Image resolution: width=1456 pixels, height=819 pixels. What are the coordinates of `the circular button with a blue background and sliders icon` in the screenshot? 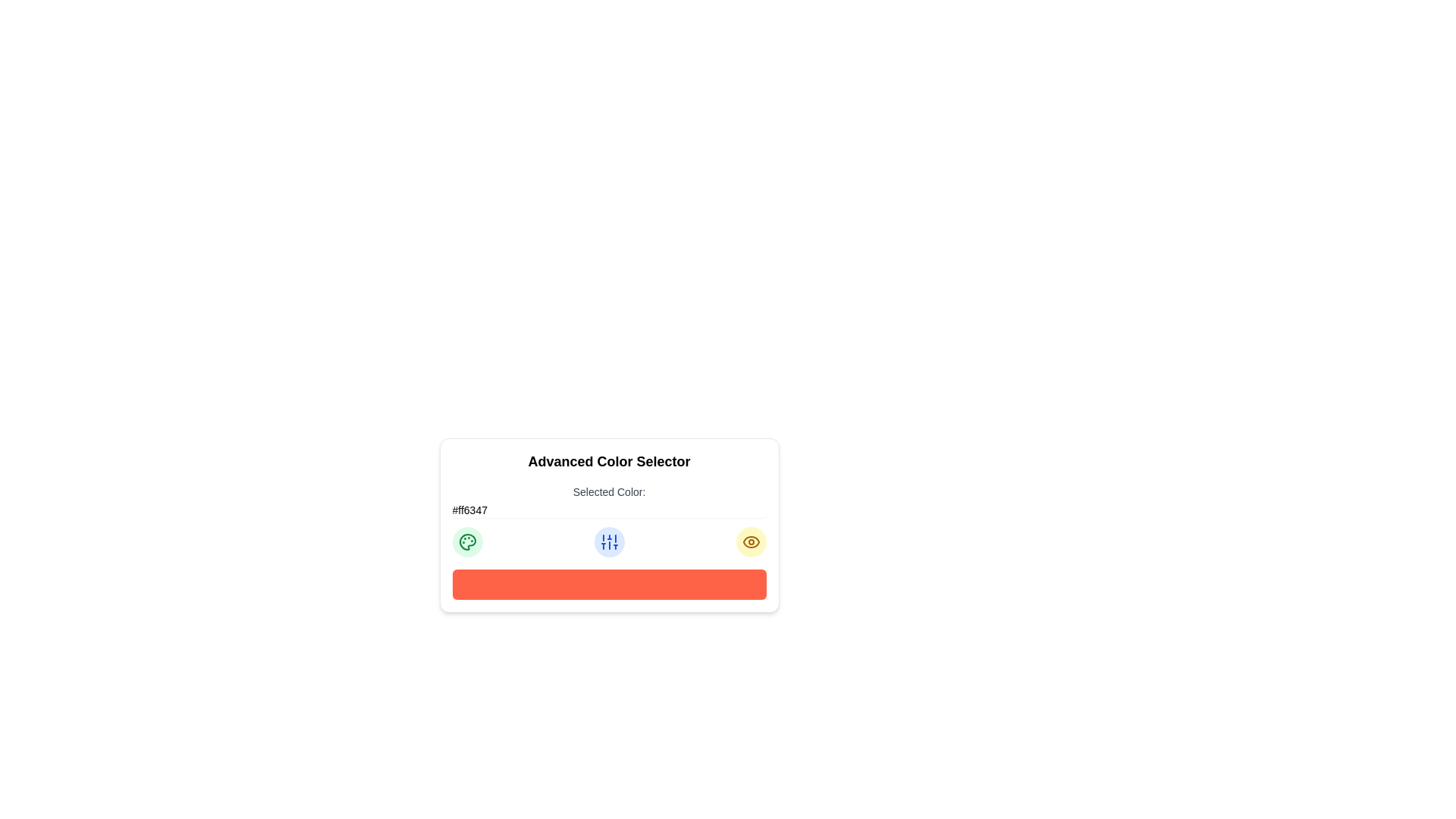 It's located at (609, 541).